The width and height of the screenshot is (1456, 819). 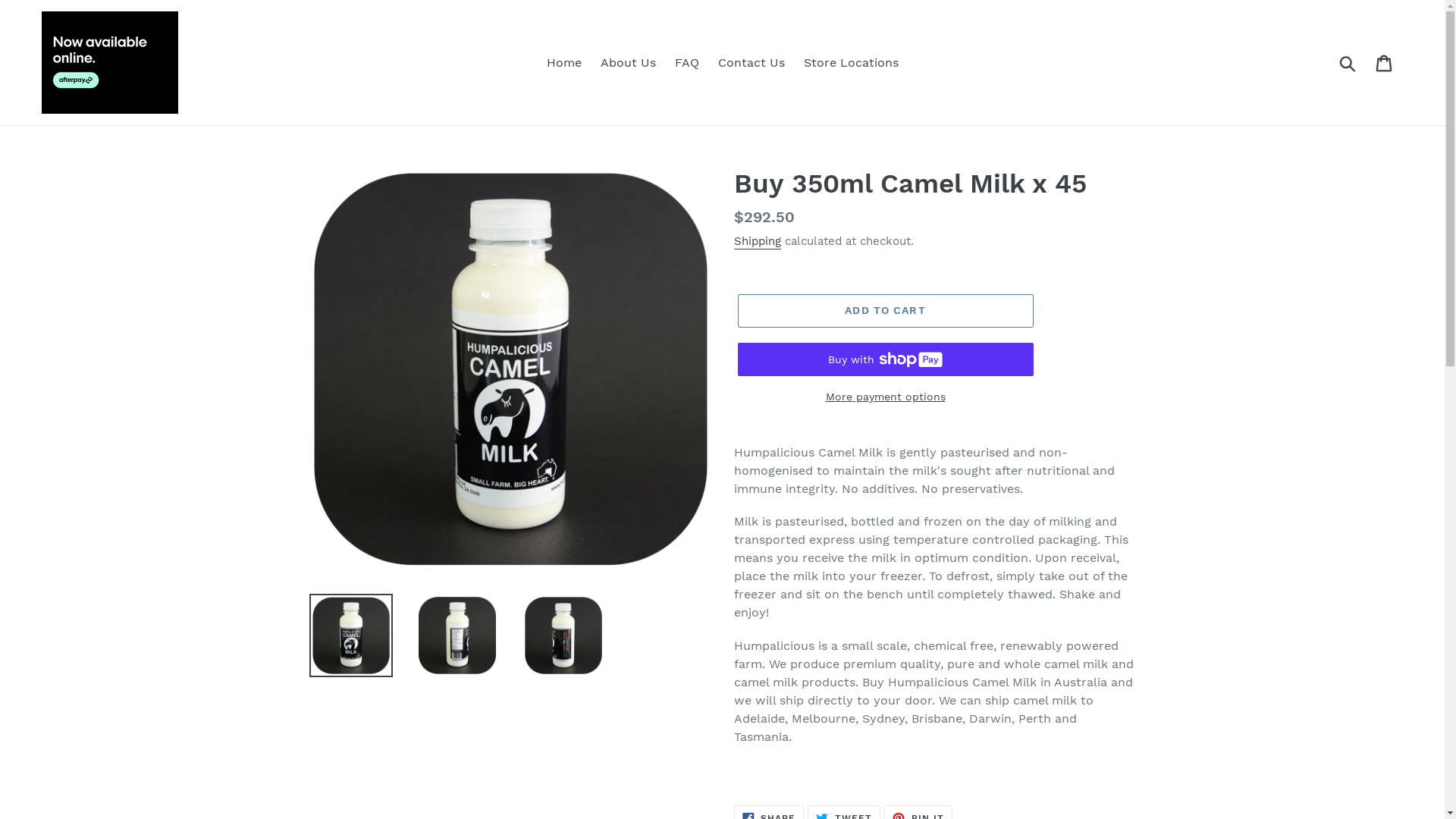 What do you see at coordinates (628, 62) in the screenshot?
I see `'About Us'` at bounding box center [628, 62].